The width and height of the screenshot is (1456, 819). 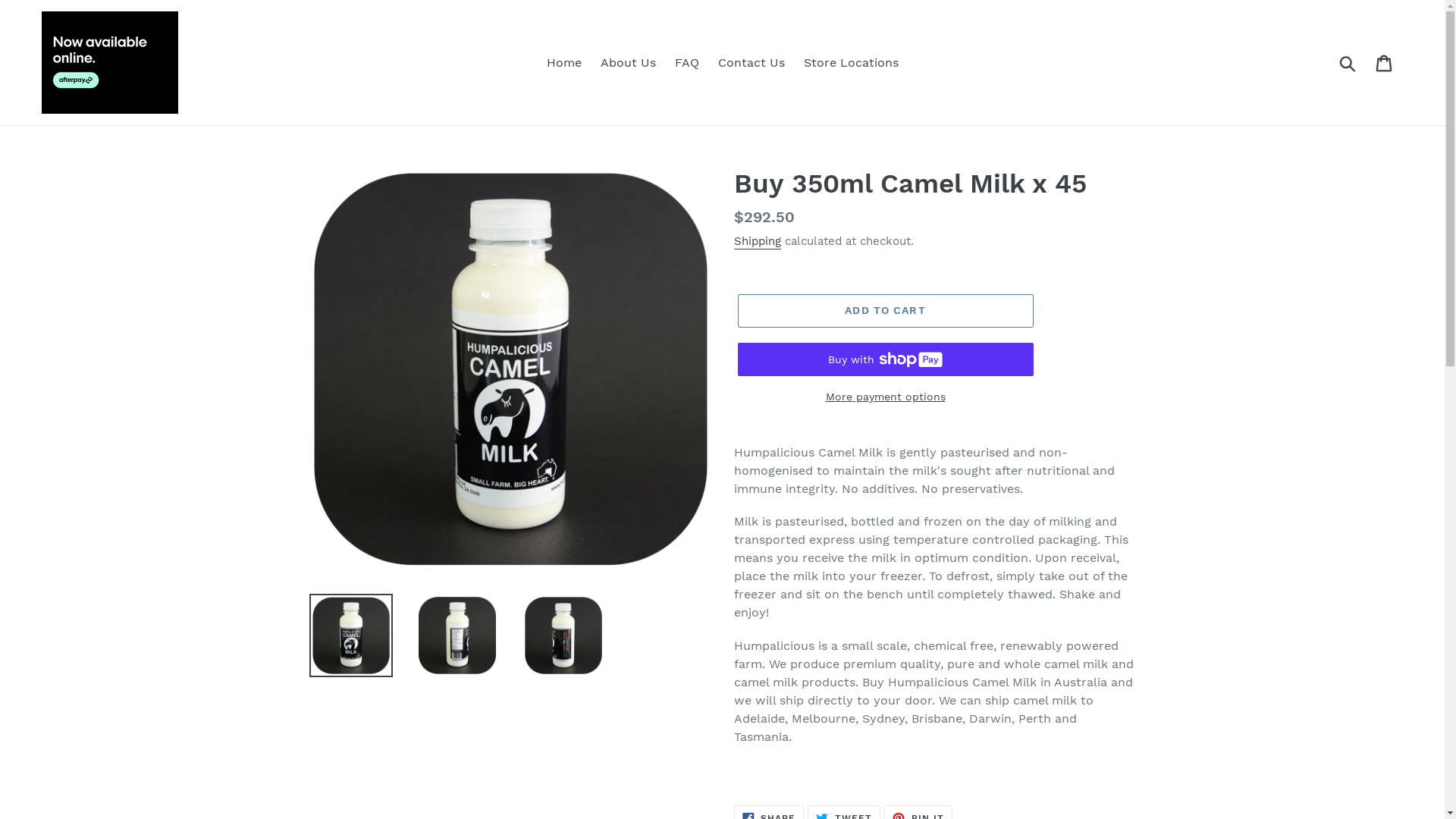 What do you see at coordinates (628, 62) in the screenshot?
I see `'About Us'` at bounding box center [628, 62].